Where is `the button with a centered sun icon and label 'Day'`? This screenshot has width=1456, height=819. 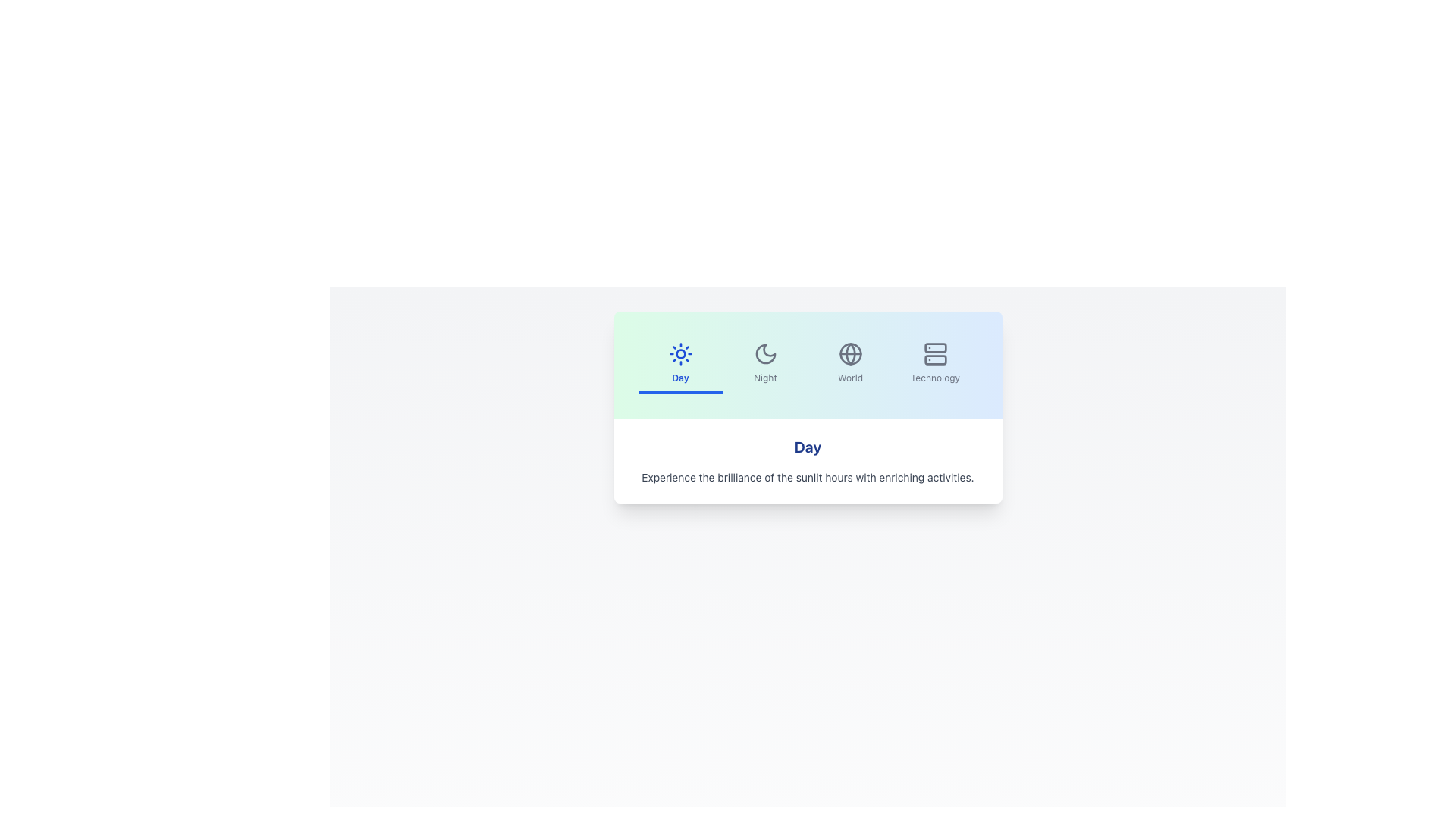 the button with a centered sun icon and label 'Day' is located at coordinates (679, 365).